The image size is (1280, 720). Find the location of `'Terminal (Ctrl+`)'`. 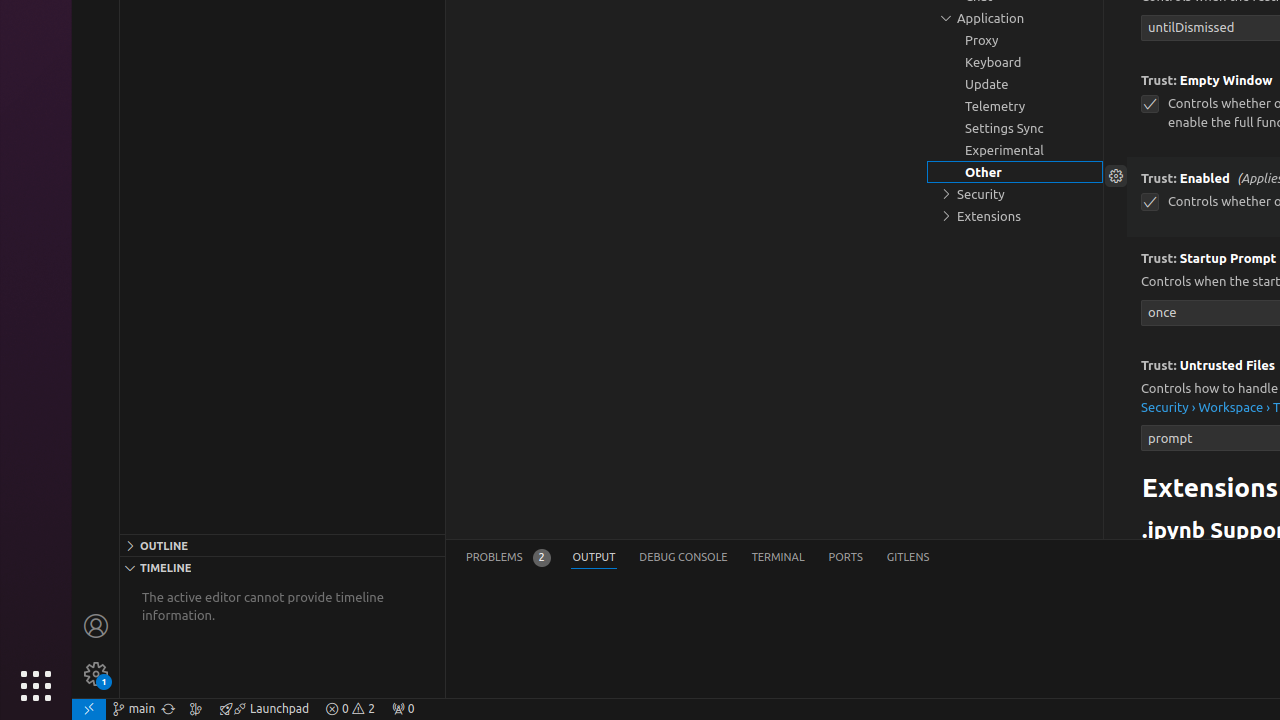

'Terminal (Ctrl+`)' is located at coordinates (776, 557).